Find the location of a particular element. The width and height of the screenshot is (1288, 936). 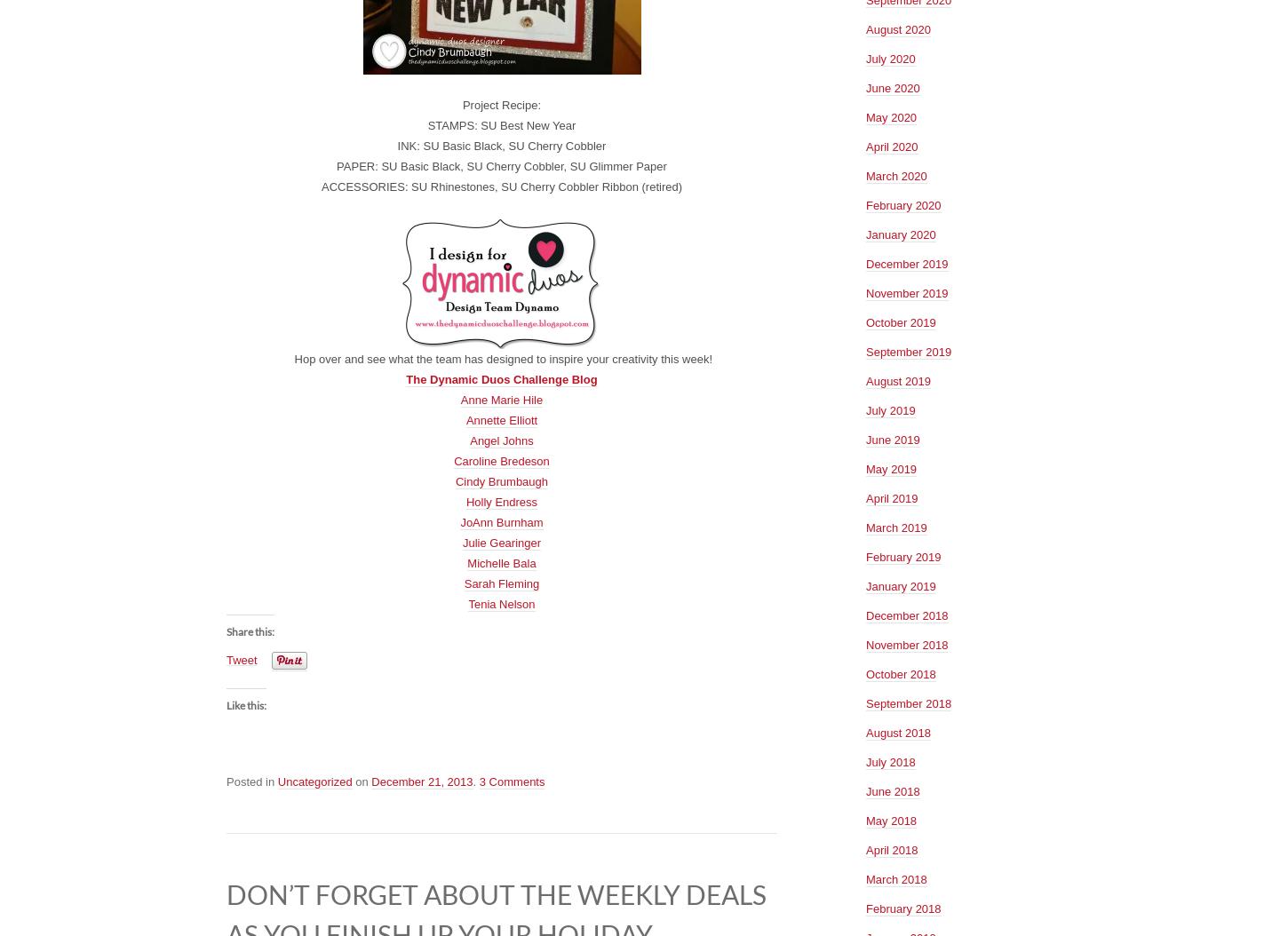

'July 2018' is located at coordinates (865, 761).